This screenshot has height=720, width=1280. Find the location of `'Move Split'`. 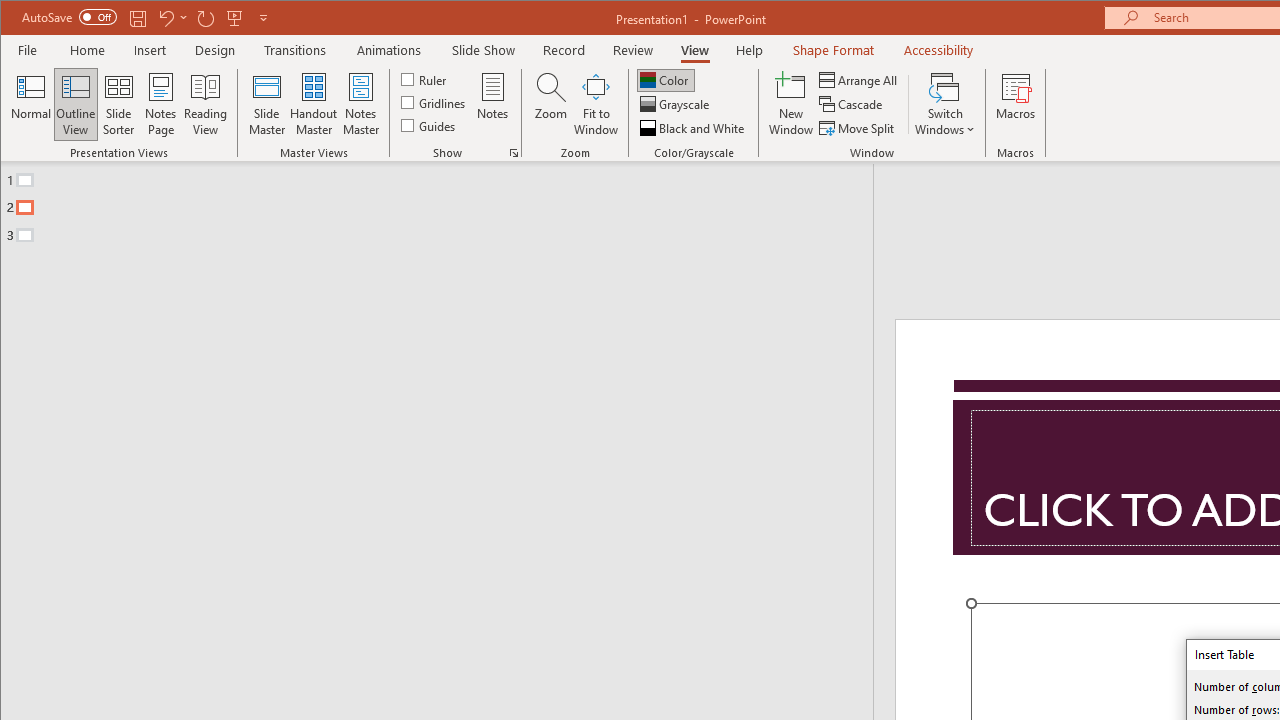

'Move Split' is located at coordinates (858, 128).